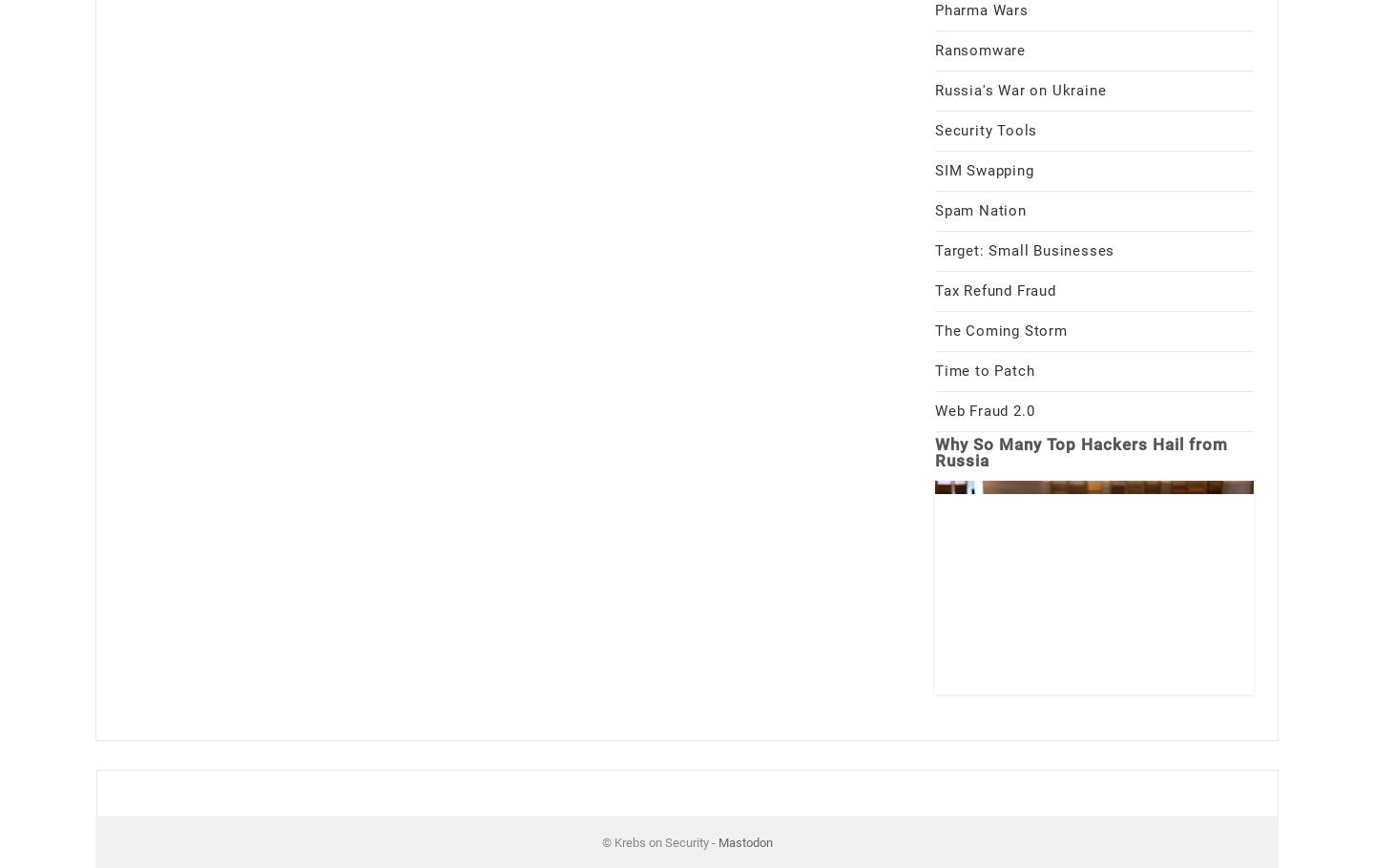 Image resolution: width=1374 pixels, height=868 pixels. Describe the element at coordinates (1001, 328) in the screenshot. I see `'The Coming Storm'` at that location.